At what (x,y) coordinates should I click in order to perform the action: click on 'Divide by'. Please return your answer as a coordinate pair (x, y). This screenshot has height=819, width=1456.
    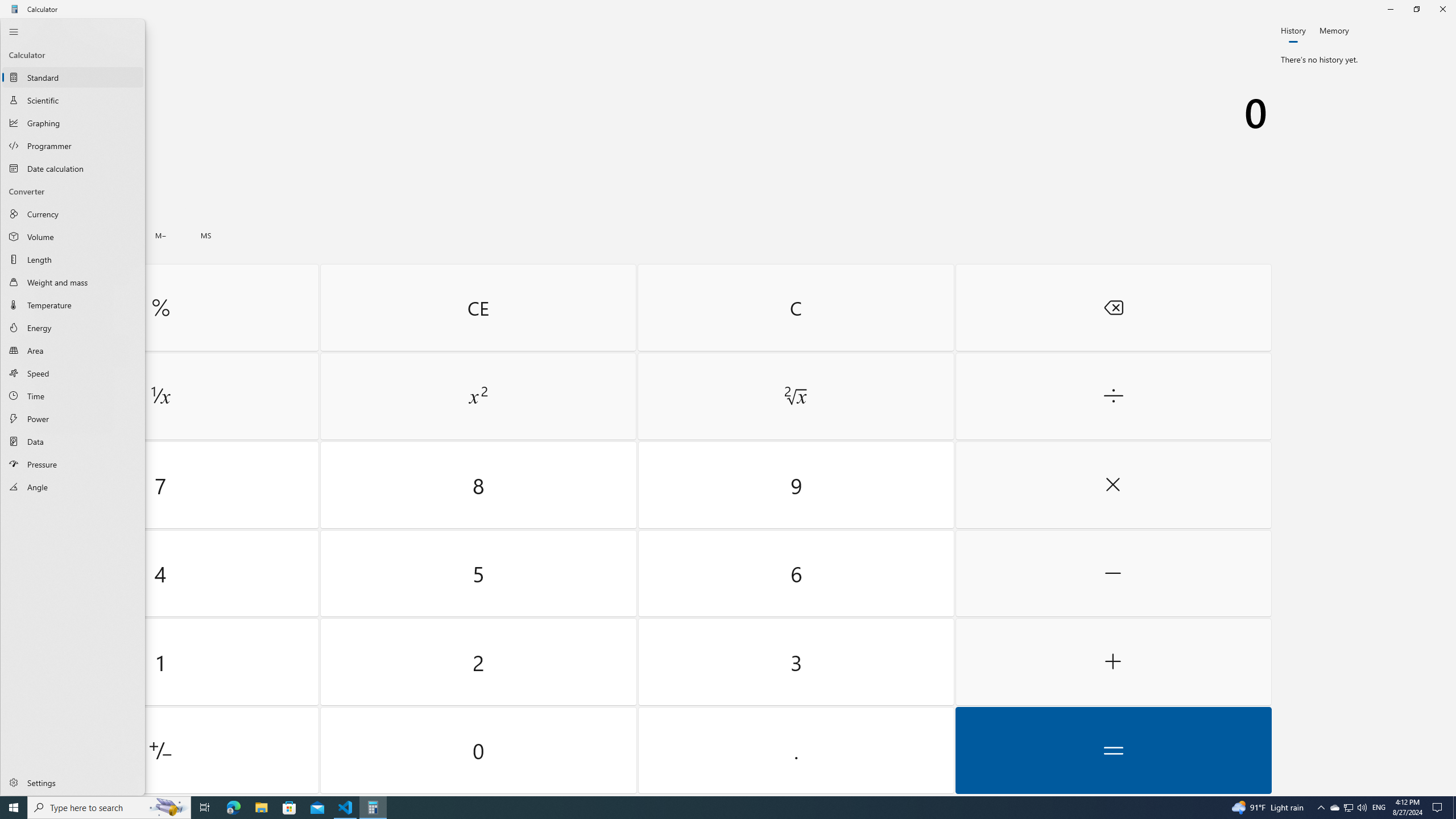
    Looking at the image, I should click on (1112, 396).